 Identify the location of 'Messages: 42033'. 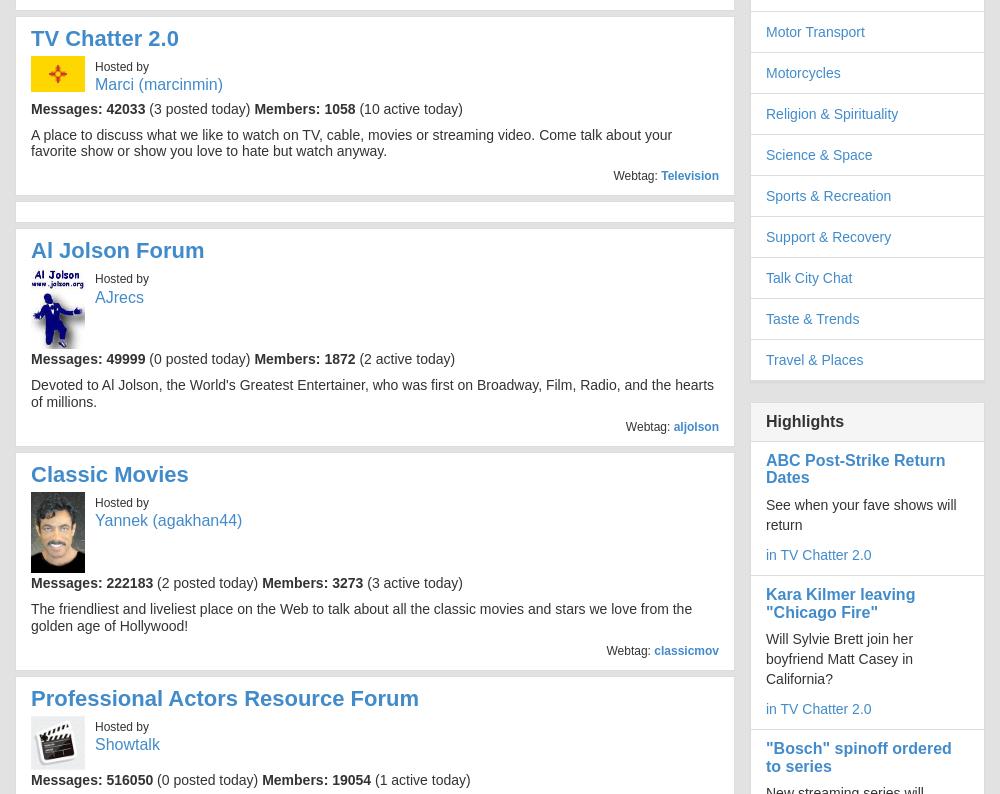
(87, 106).